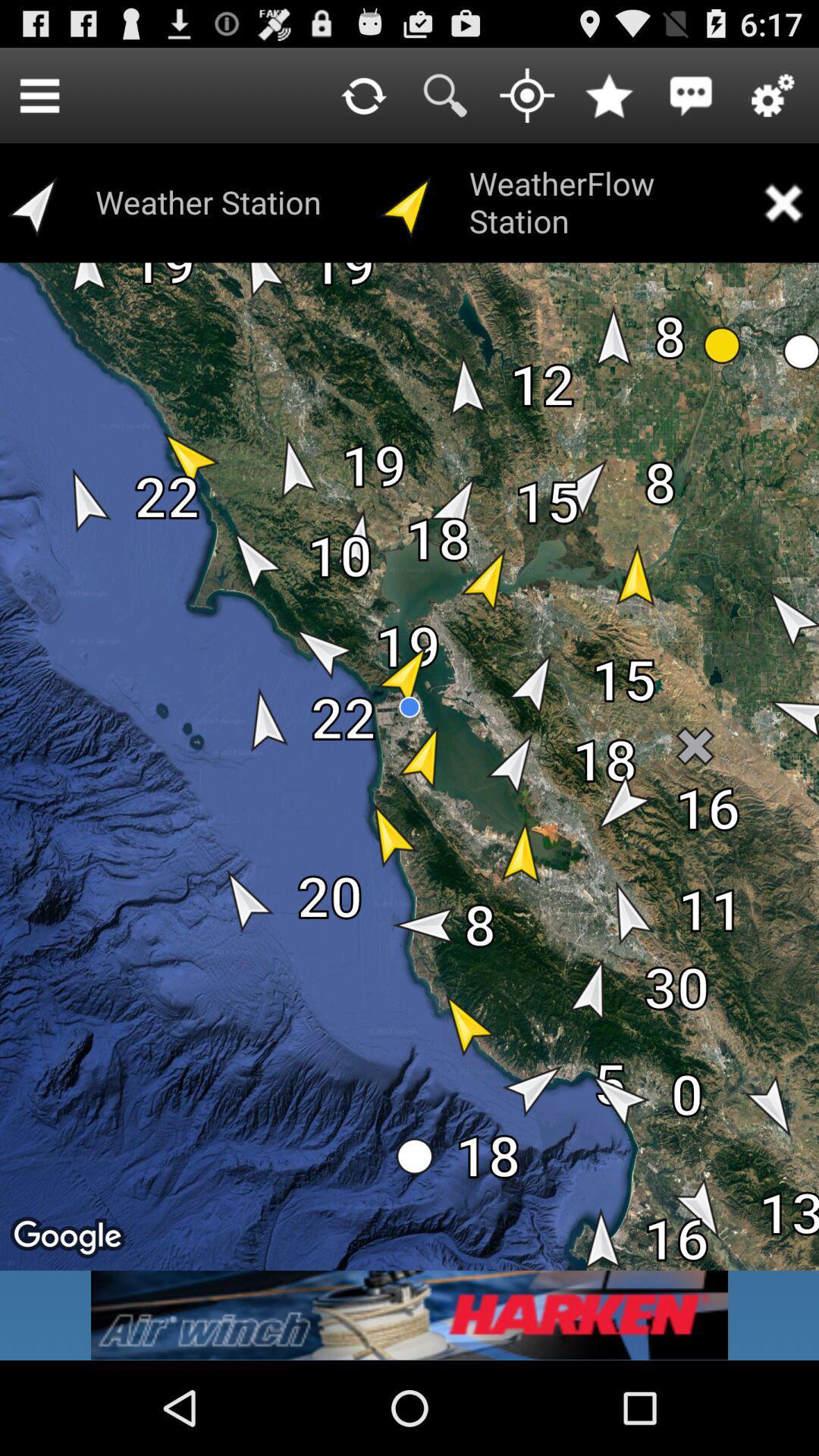  What do you see at coordinates (409, 1314) in the screenshot?
I see `clickable advertisement` at bounding box center [409, 1314].